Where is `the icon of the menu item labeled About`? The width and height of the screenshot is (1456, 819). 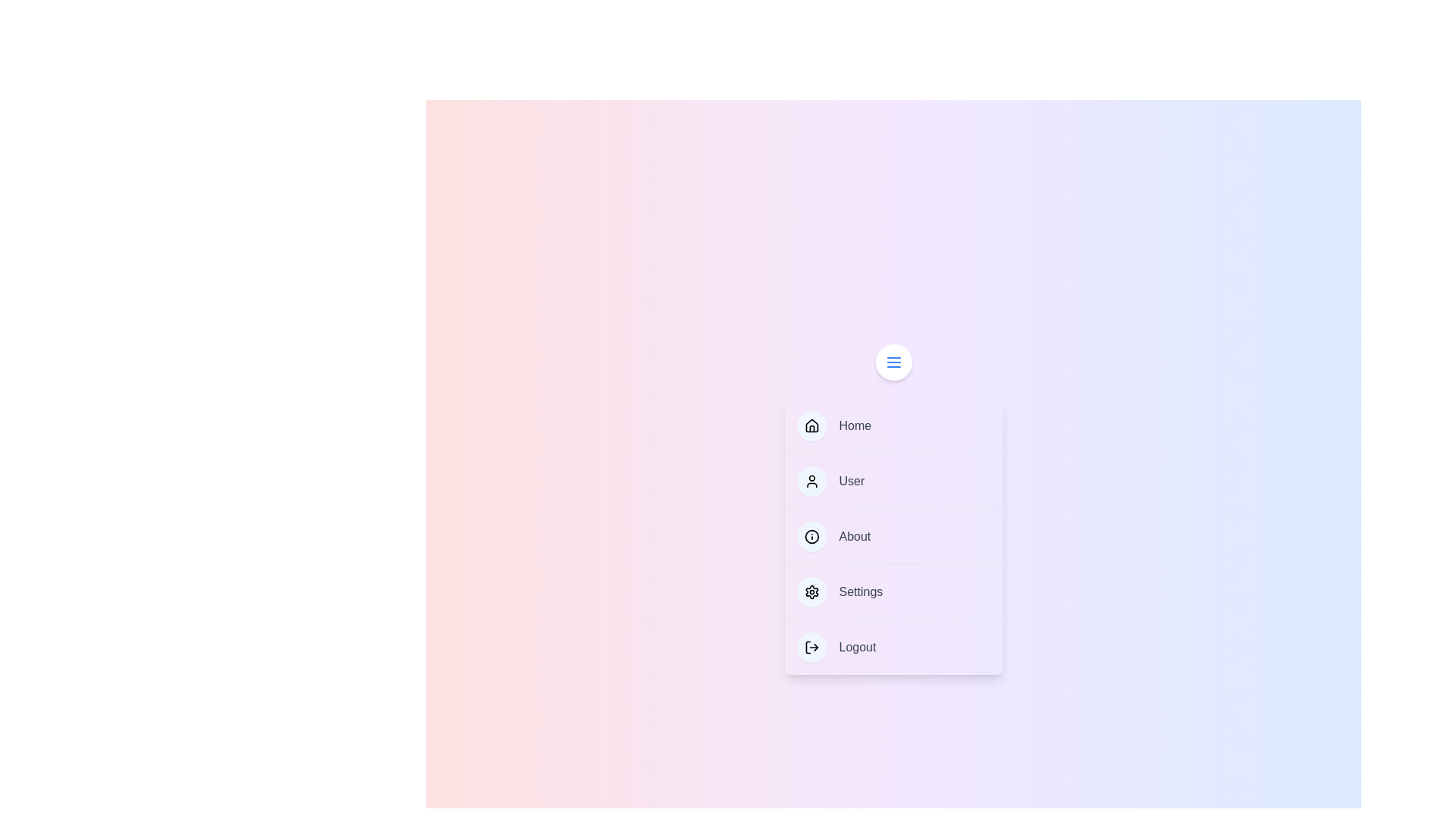 the icon of the menu item labeled About is located at coordinates (811, 536).